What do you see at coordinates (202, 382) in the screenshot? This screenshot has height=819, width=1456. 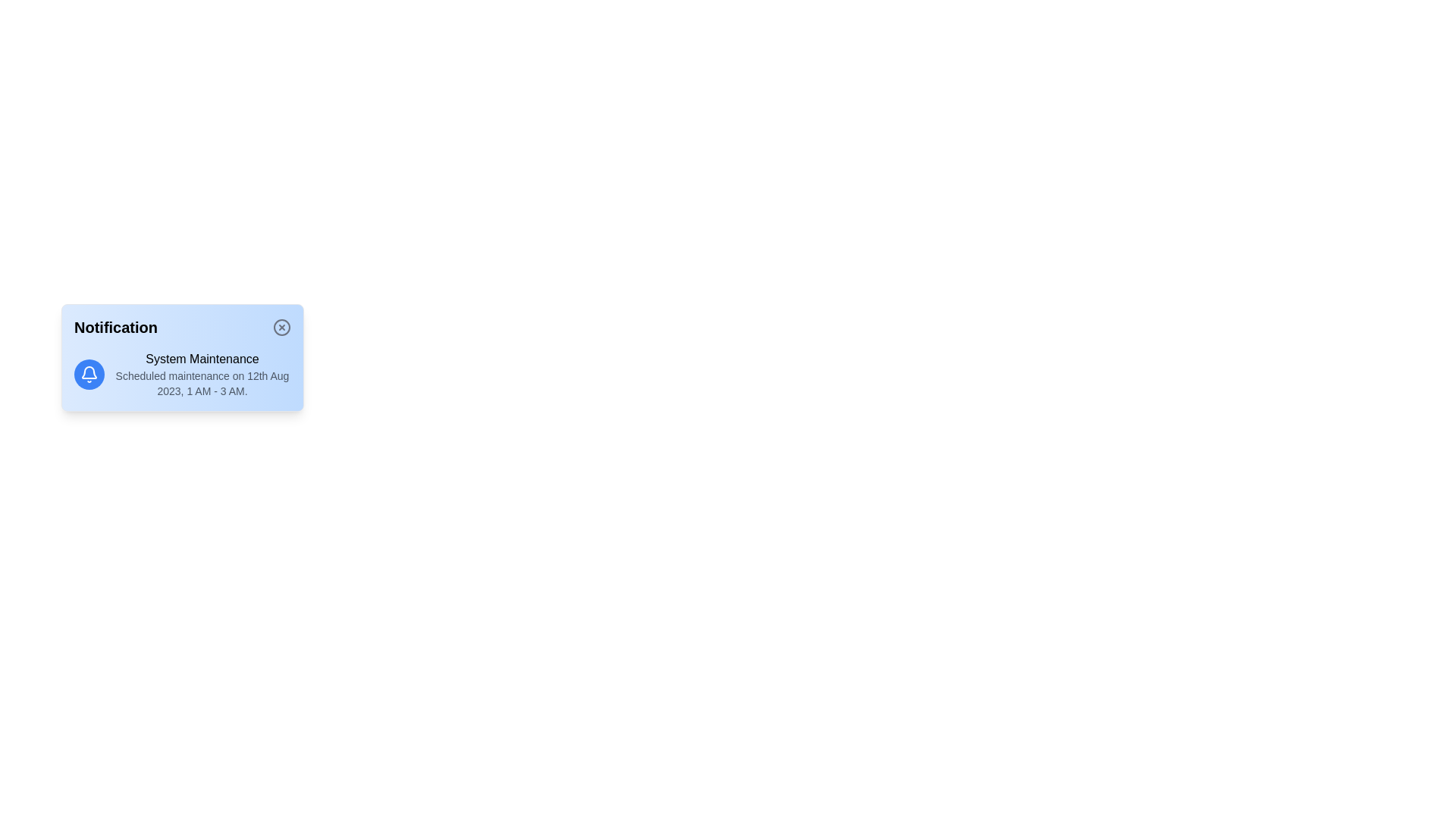 I see `the Text Label that informs users about scheduled maintenance details, located below the header 'System Maintenance' within the notification card` at bounding box center [202, 382].